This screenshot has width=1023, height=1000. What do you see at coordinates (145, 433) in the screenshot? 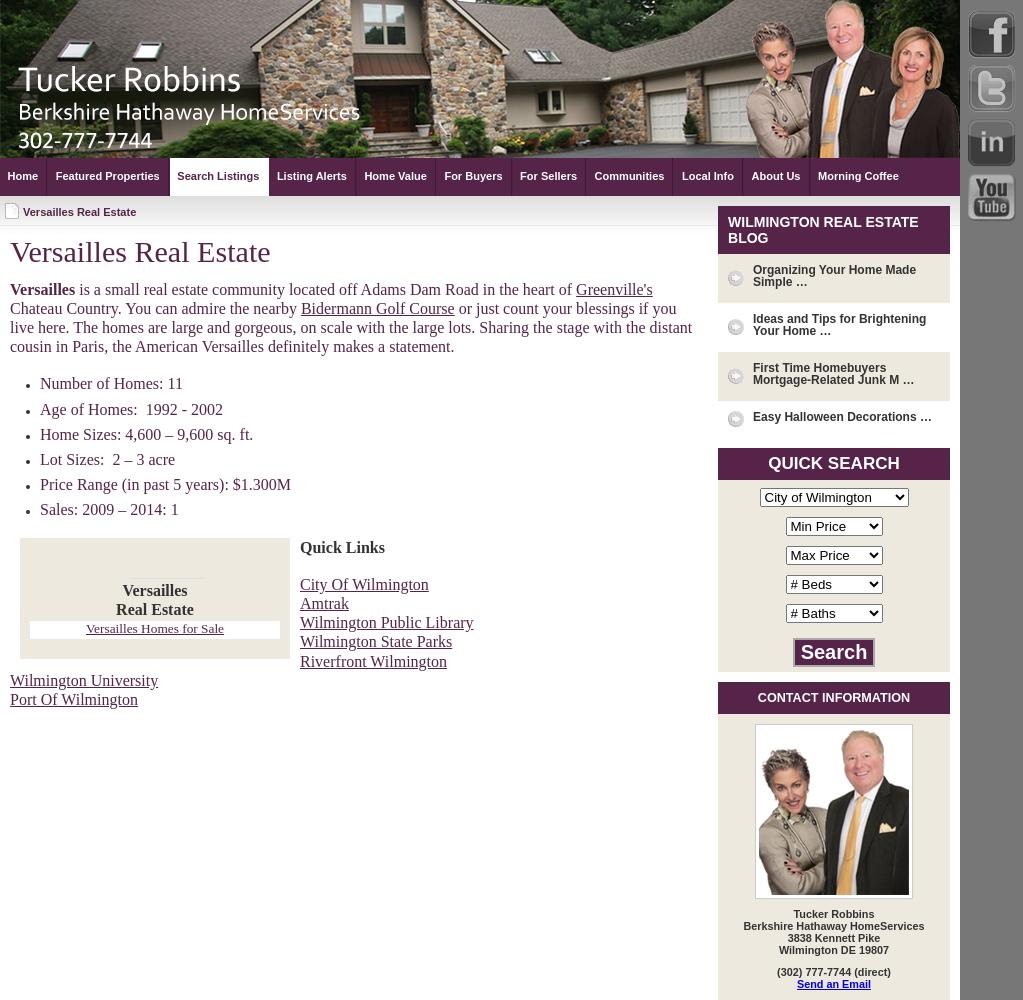
I see `'Home Sizes: 4,600 – 9,600 sq. ft.'` at bounding box center [145, 433].